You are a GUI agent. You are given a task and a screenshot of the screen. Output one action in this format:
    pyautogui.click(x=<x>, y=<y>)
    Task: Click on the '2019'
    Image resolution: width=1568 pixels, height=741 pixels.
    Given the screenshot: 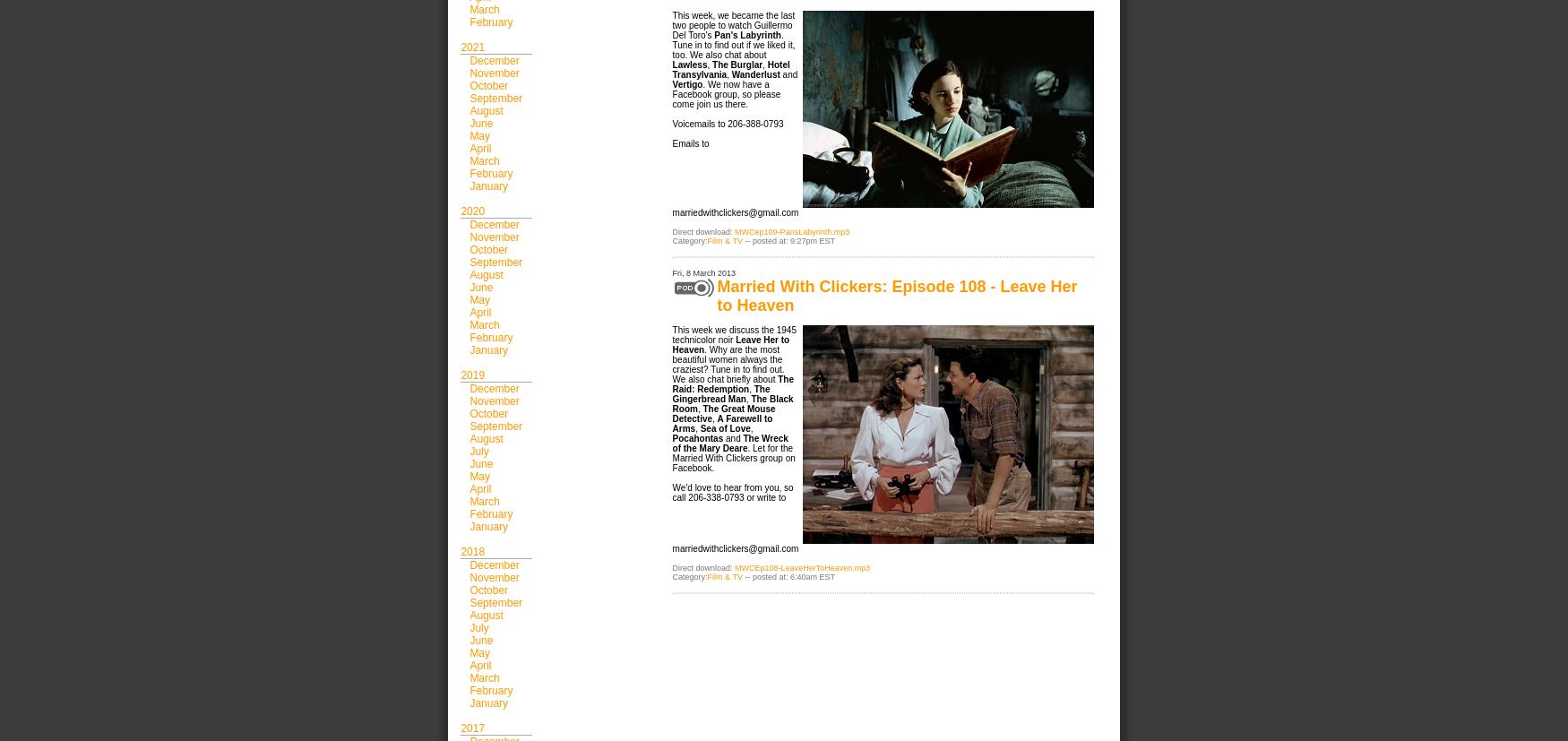 What is the action you would take?
    pyautogui.click(x=471, y=373)
    